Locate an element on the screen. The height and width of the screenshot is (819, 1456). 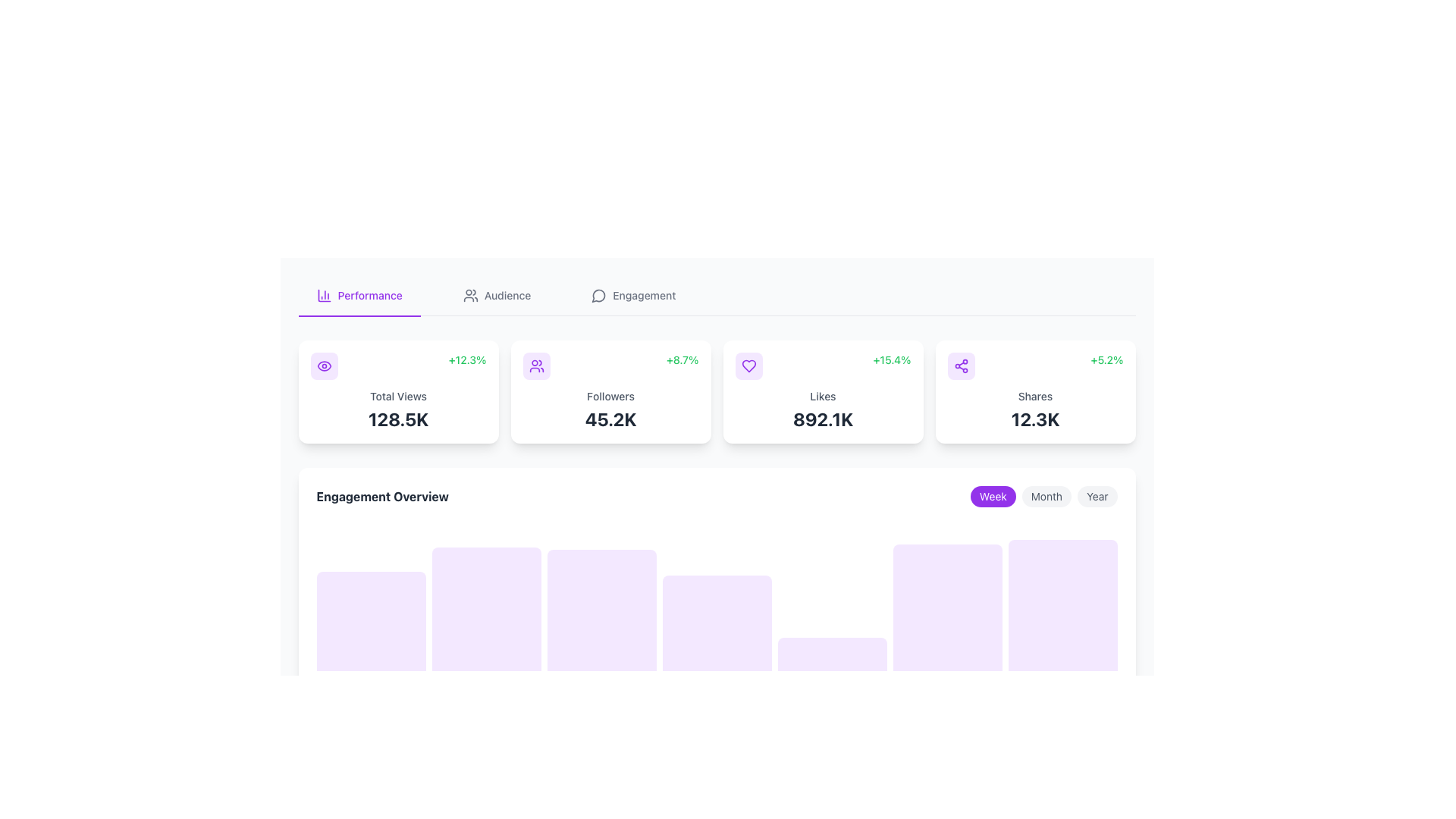
the fifth column of the Visualization Bar, which has a purple background and rounded top corners, and is the shortest among its siblings is located at coordinates (831, 653).